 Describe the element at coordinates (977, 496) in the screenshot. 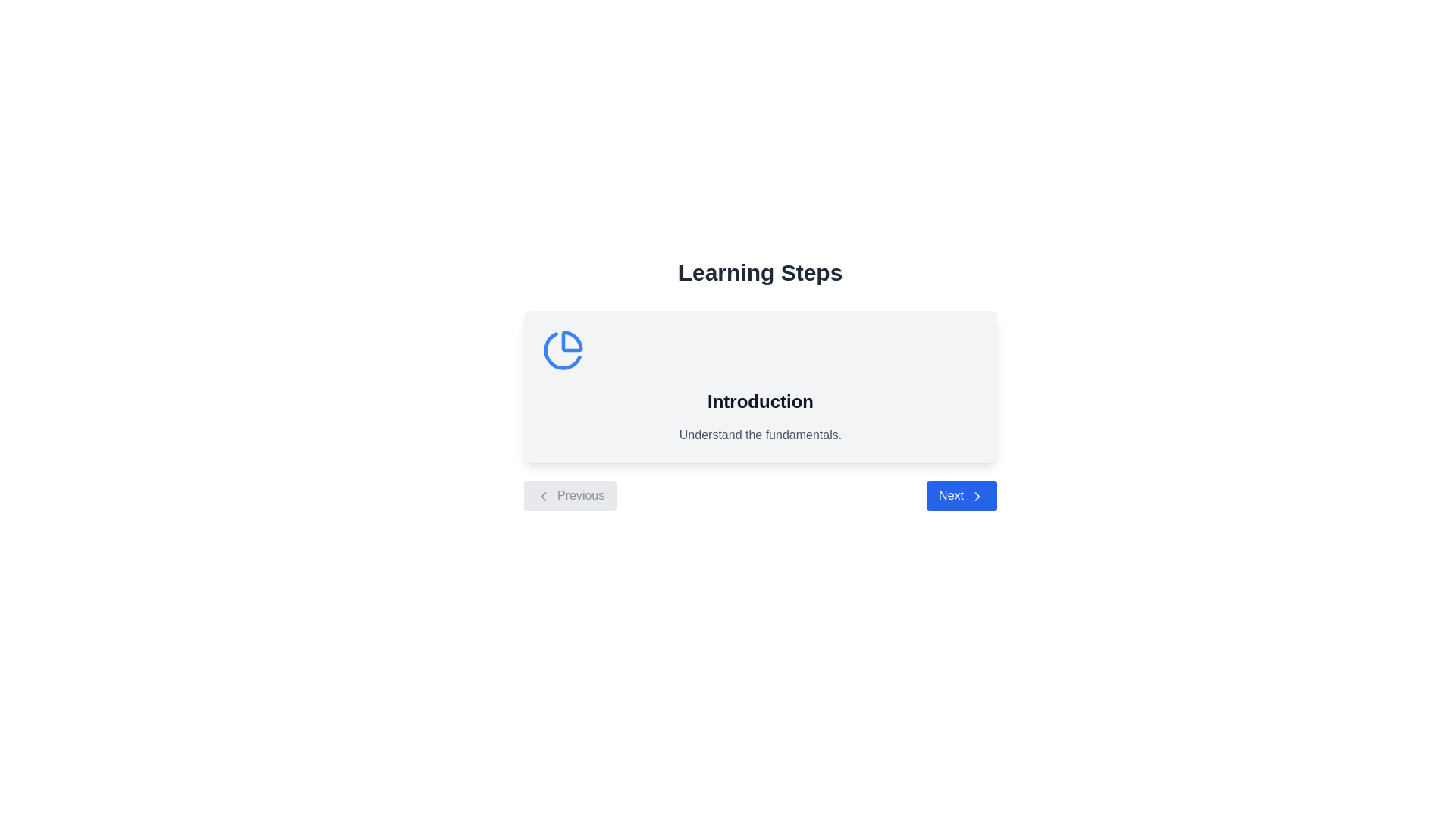

I see `the rightward-pointing chevron icon within the blue 'Next' button as a visual cue` at that location.